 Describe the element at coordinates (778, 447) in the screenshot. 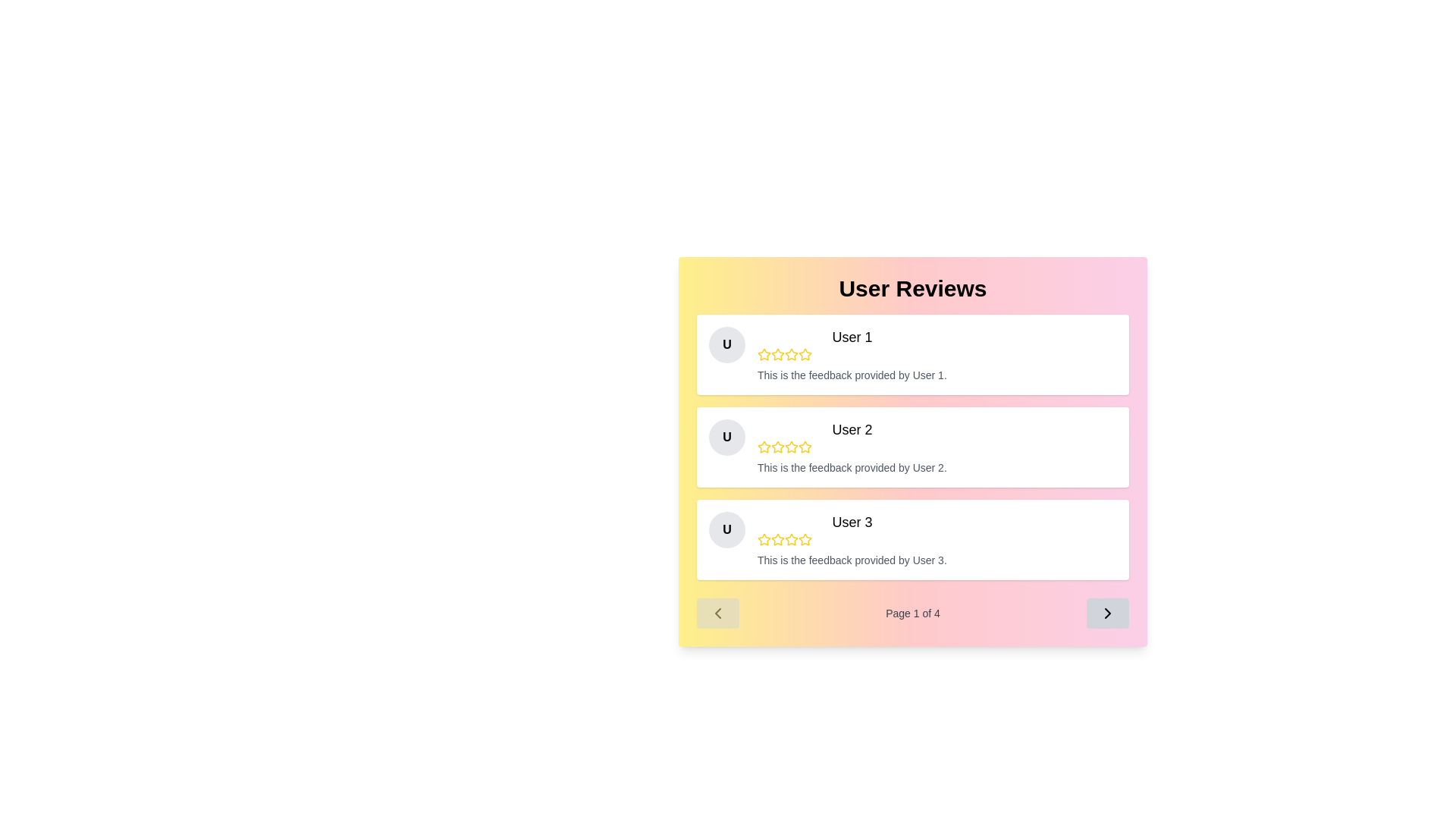

I see `the second star in the 5-star rating system for 'User 2', which visually indicates a rating of 2 out of 5` at that location.